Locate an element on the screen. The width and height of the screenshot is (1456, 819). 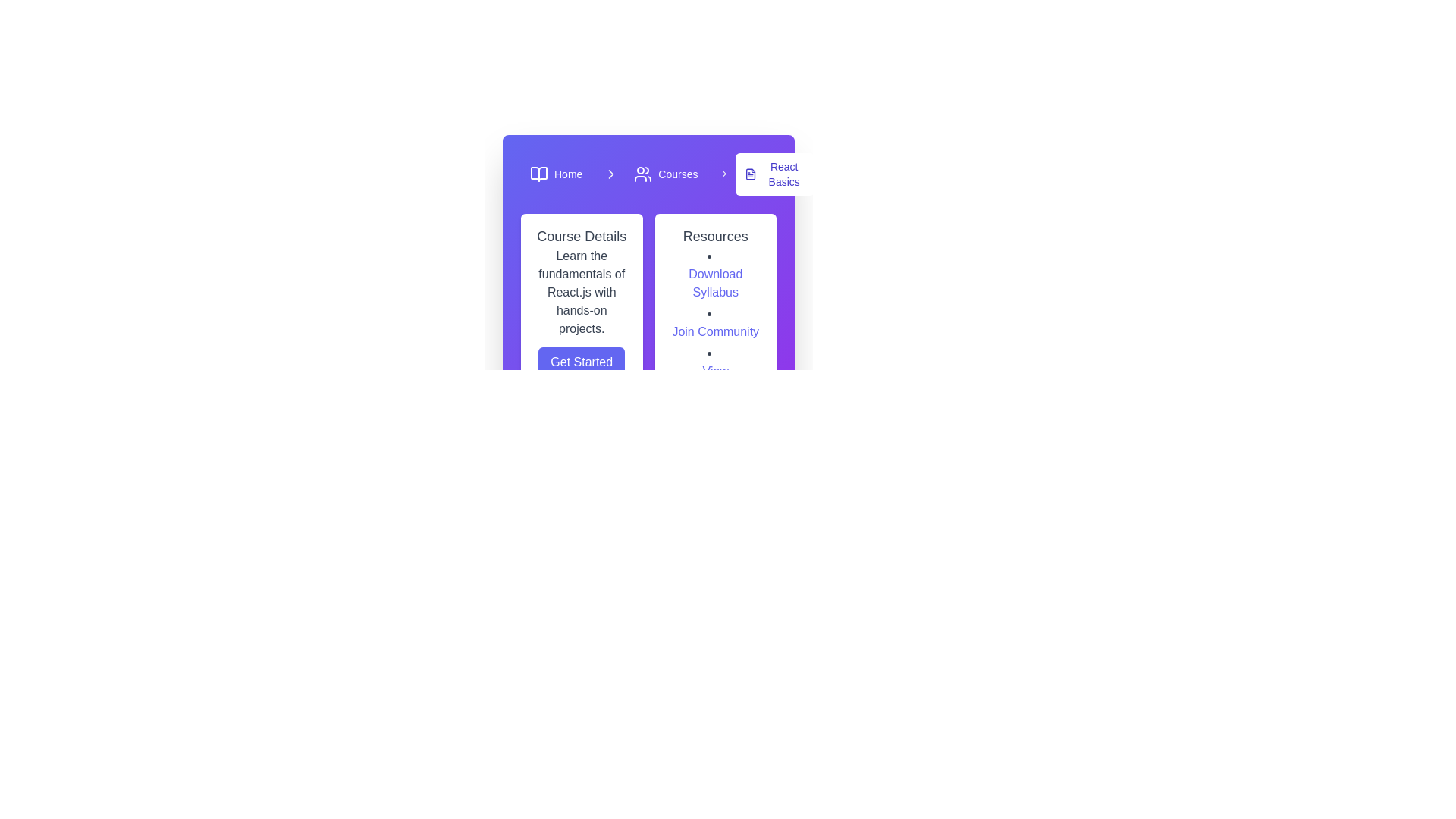
the navigation label that points to the main or home page, located in the top-left section of the interface, to the right of an open book icon and left of a right-arrow indicator is located at coordinates (567, 174).